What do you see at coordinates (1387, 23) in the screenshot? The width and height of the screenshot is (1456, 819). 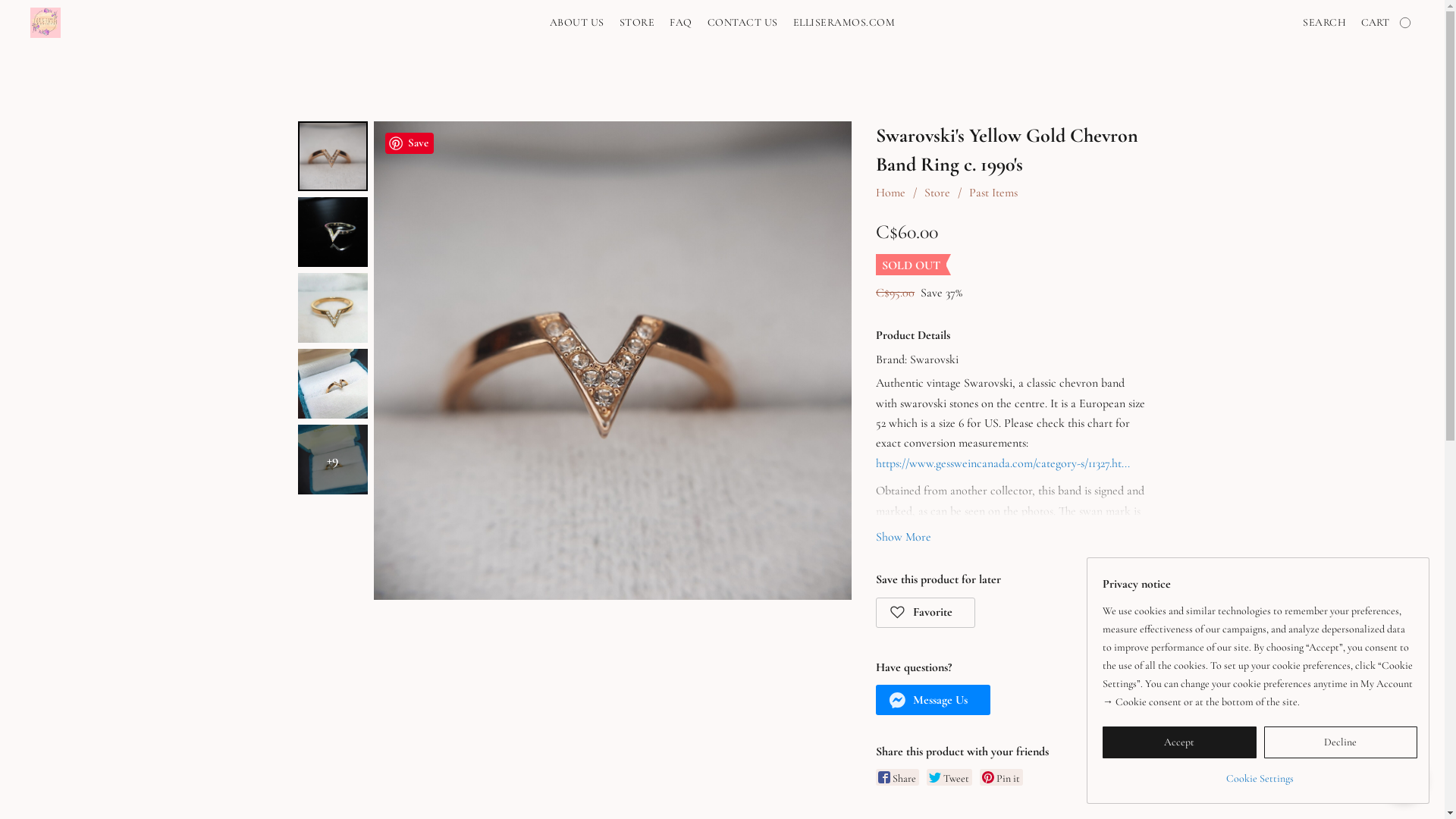 I see `'CART'` at bounding box center [1387, 23].